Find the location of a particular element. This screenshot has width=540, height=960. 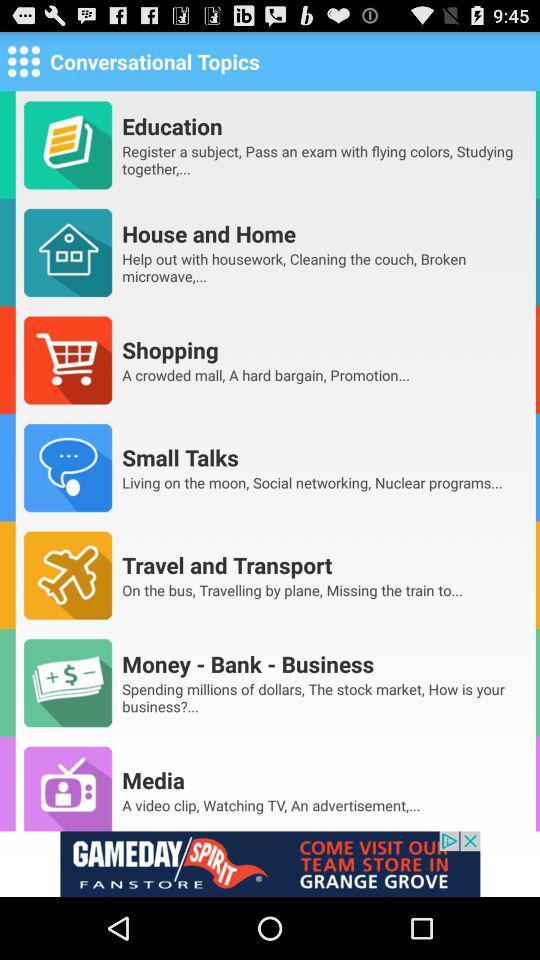

this option is advertisements is located at coordinates (270, 863).